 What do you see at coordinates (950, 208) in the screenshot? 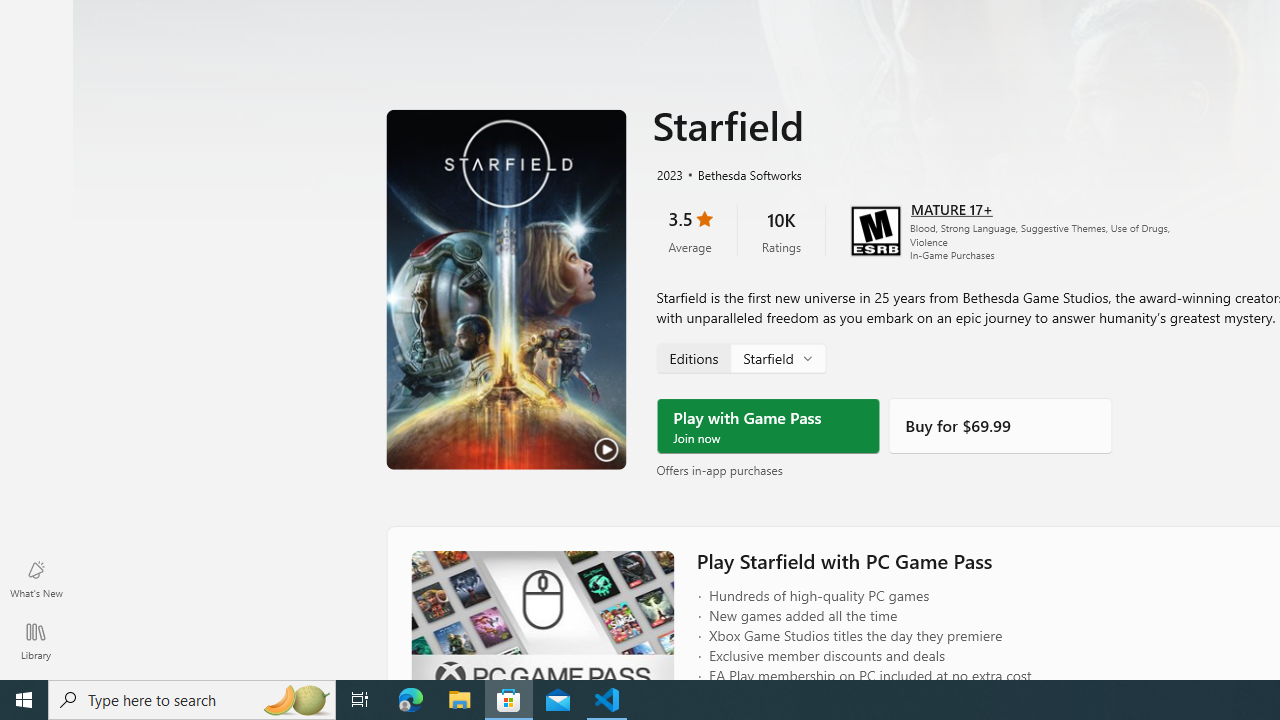
I see `'Age rating: MATURE 17+. Click for more information.'` at bounding box center [950, 208].